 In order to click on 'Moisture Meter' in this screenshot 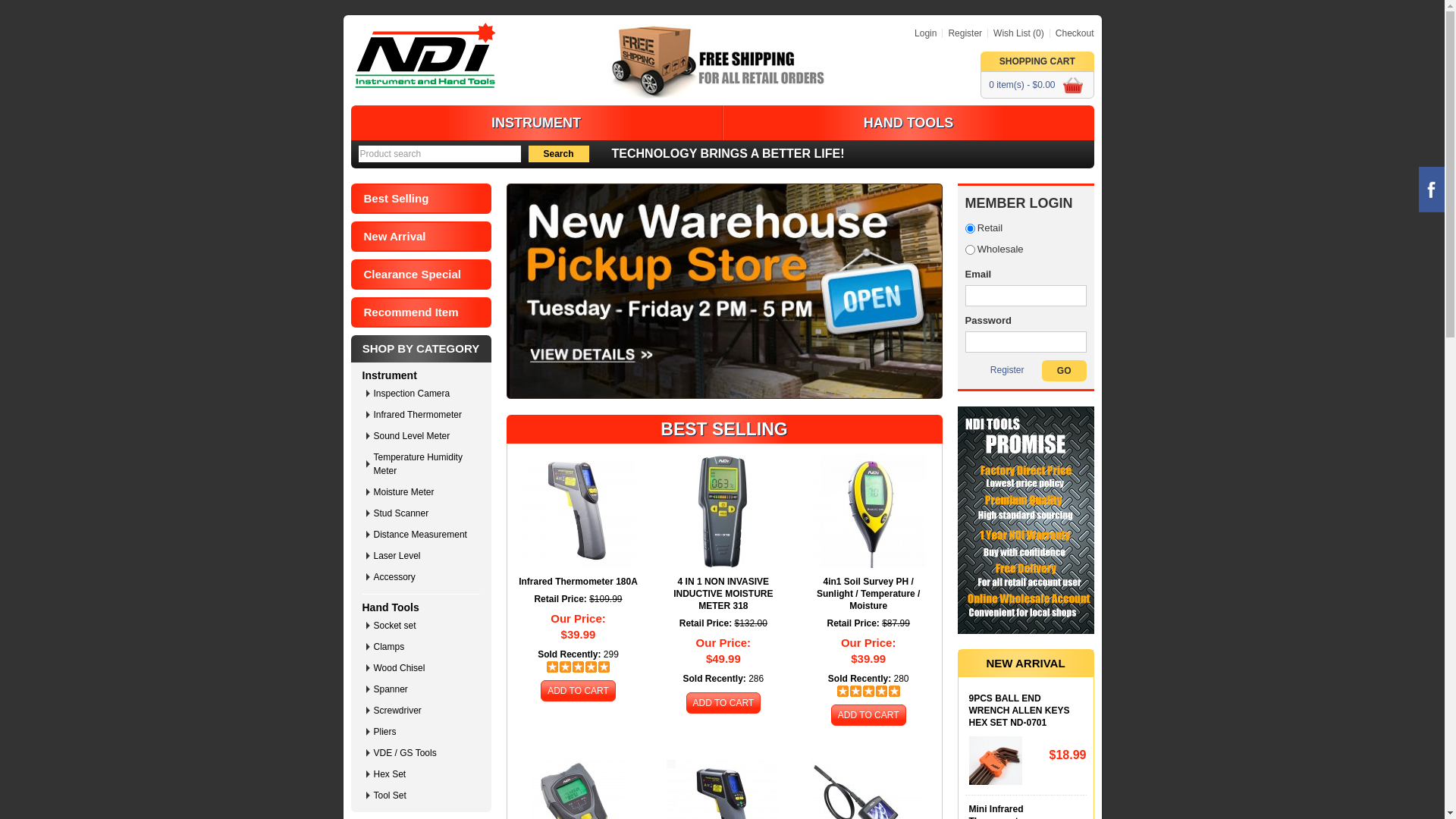, I will do `click(424, 491)`.